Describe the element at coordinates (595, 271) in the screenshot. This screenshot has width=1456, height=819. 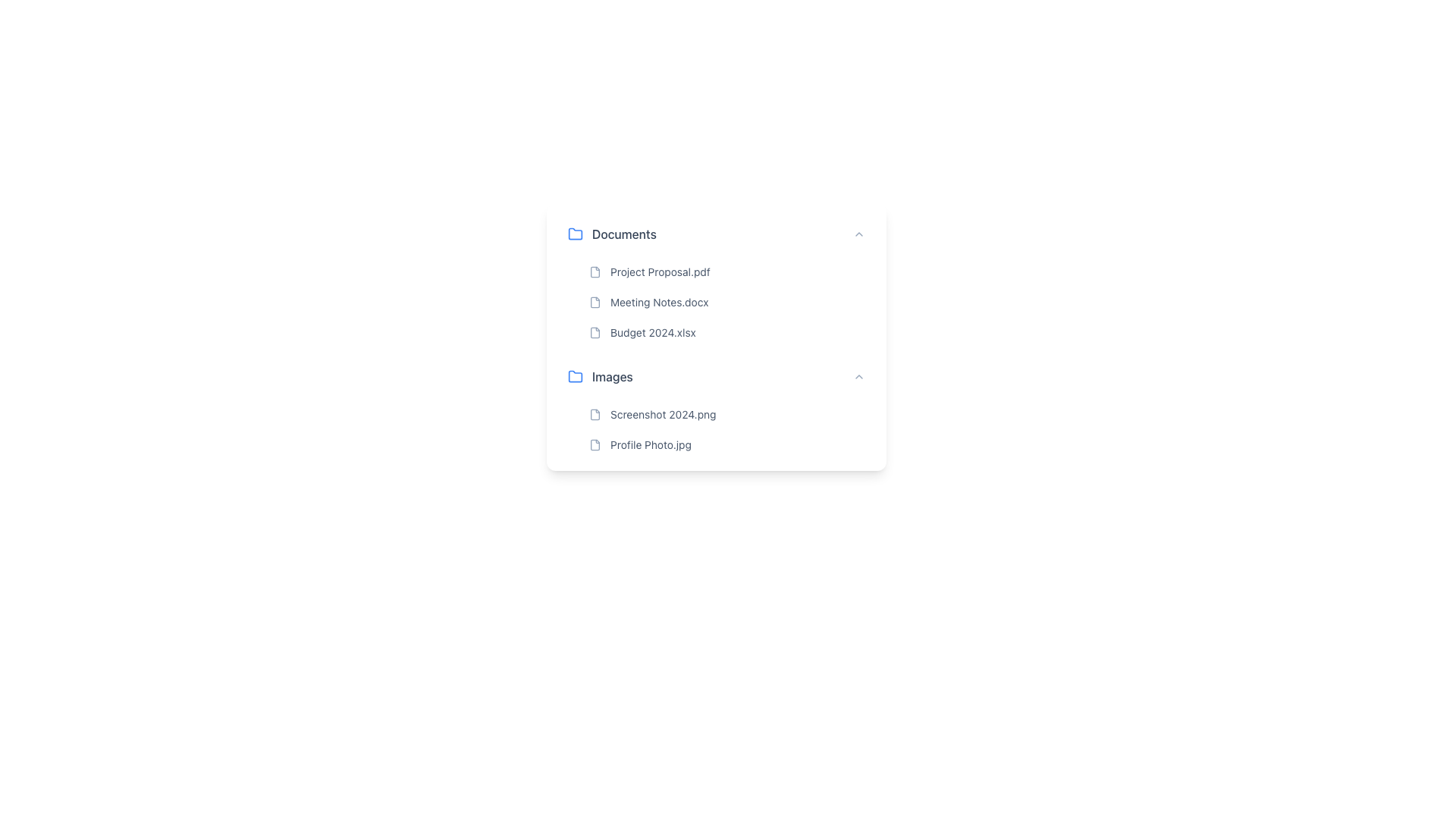
I see `the document icon that symbolizes the 'Project Proposal.pdf' file, located in the 'Documents' section, adjacent to the file's text description` at that location.